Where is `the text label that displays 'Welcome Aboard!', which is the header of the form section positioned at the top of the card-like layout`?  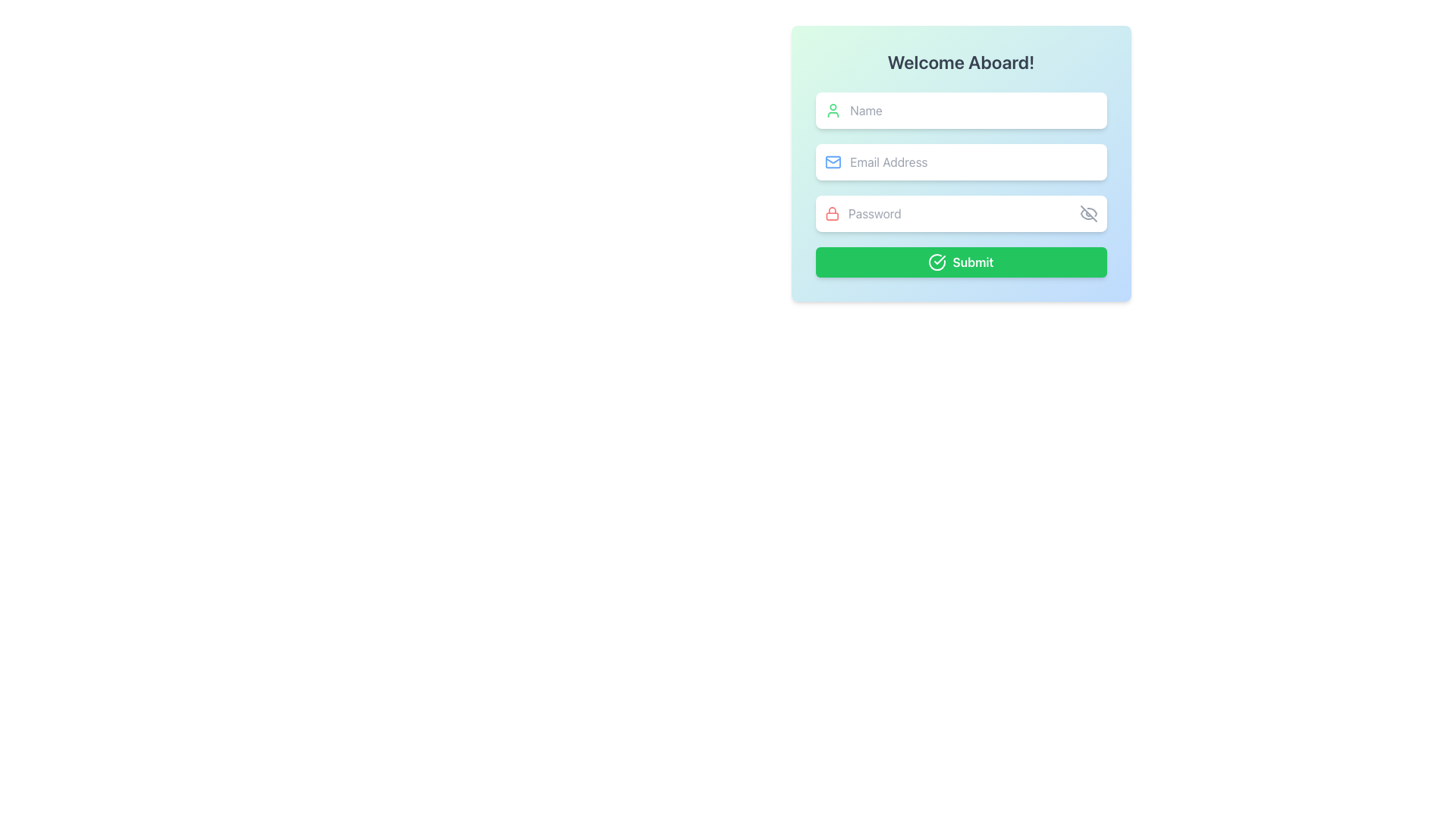 the text label that displays 'Welcome Aboard!', which is the header of the form section positioned at the top of the card-like layout is located at coordinates (960, 61).